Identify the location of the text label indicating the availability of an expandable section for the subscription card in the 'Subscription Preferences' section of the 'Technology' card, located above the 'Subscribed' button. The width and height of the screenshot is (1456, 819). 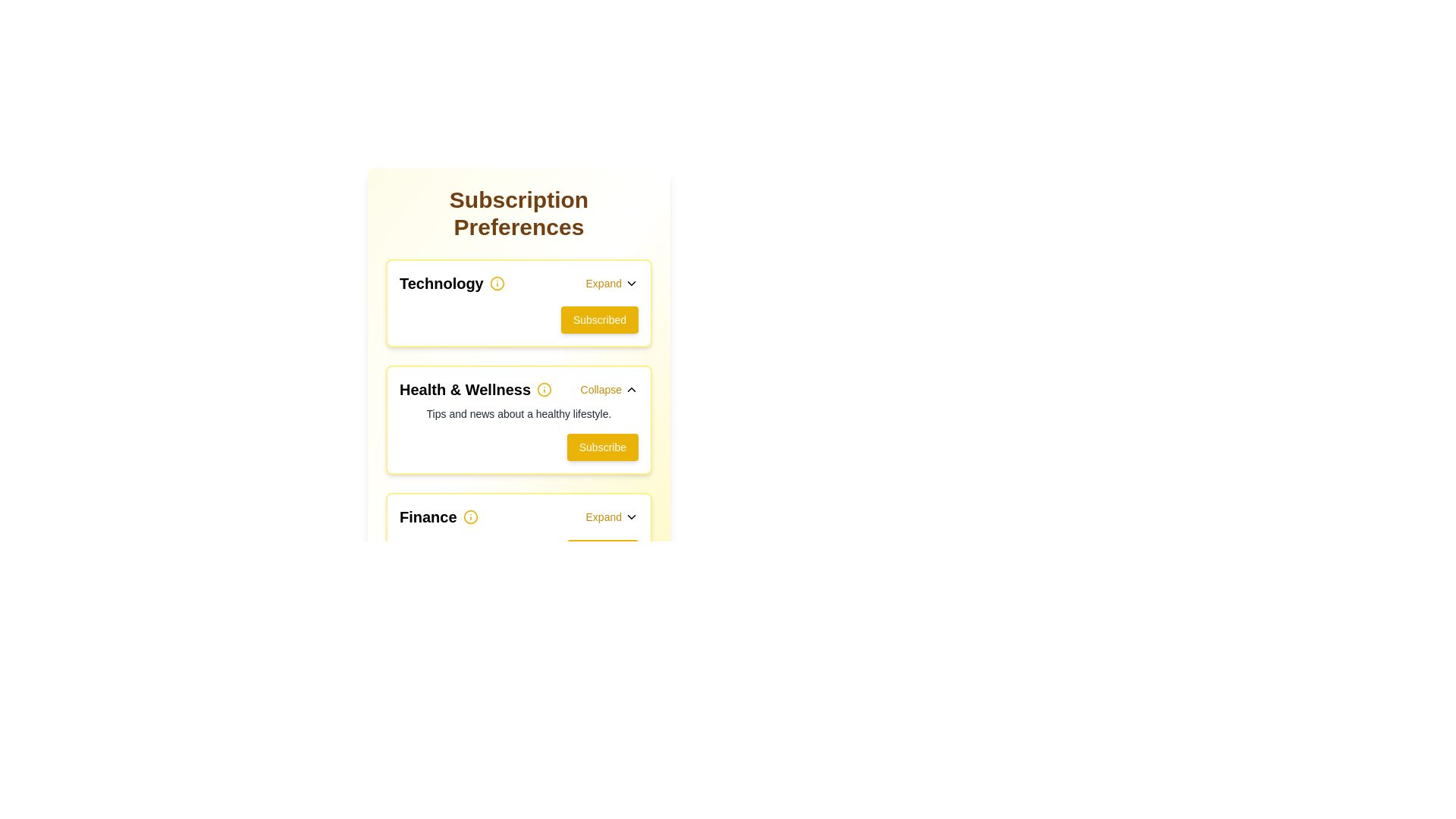
(603, 284).